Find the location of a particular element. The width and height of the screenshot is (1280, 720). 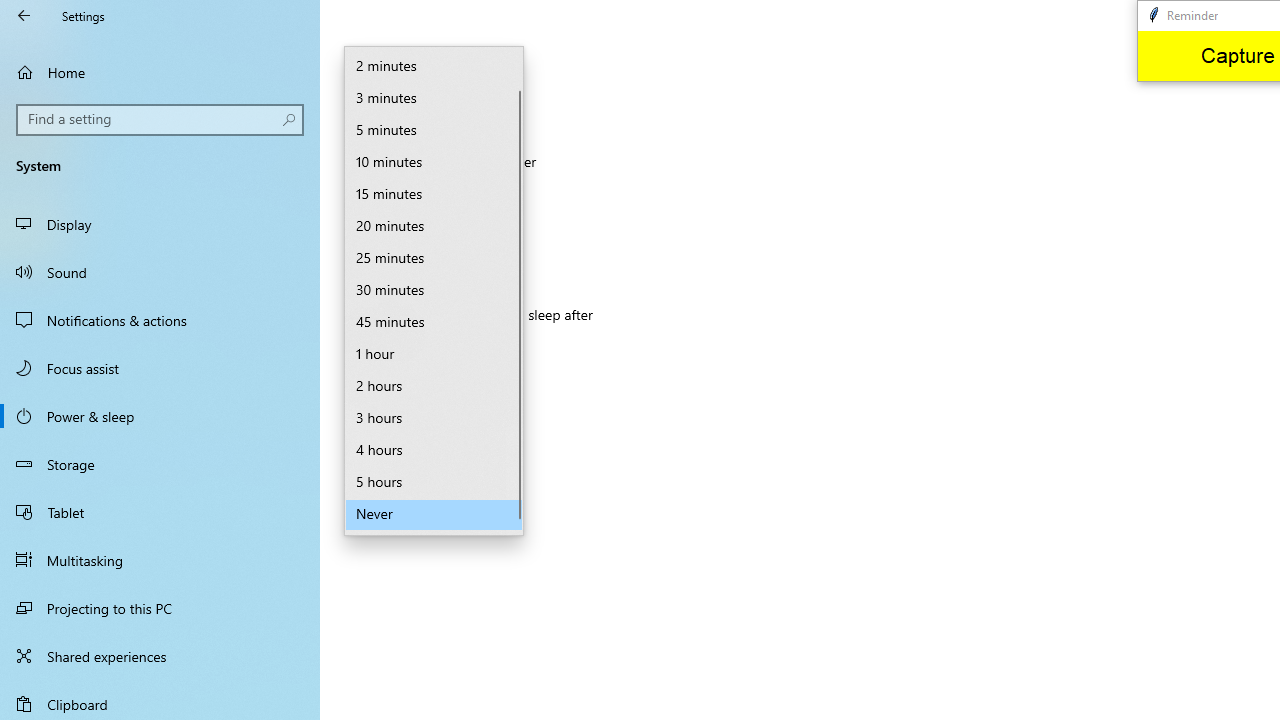

'30 minutes' is located at coordinates (433, 290).